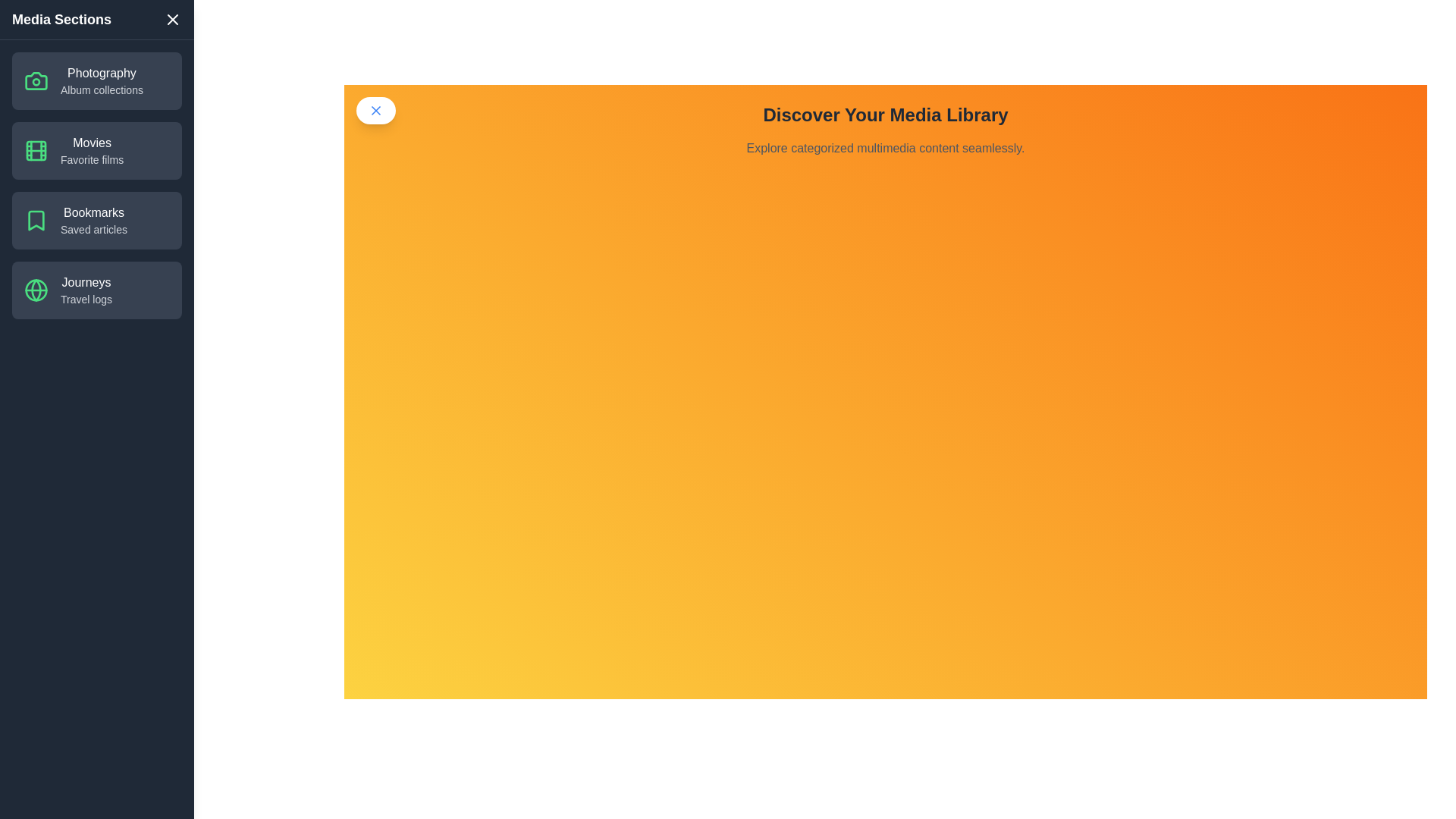 The image size is (1456, 819). I want to click on the category Photography from the list, so click(96, 81).